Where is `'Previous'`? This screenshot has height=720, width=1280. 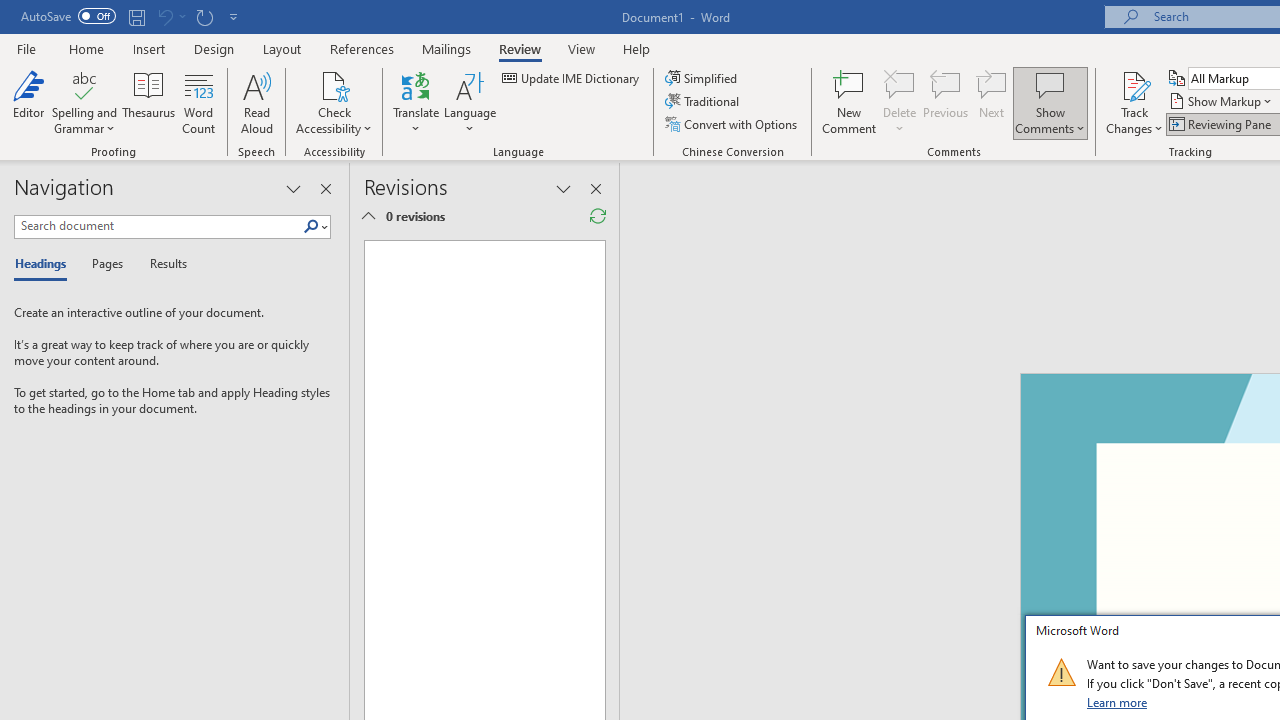 'Previous' is located at coordinates (945, 103).